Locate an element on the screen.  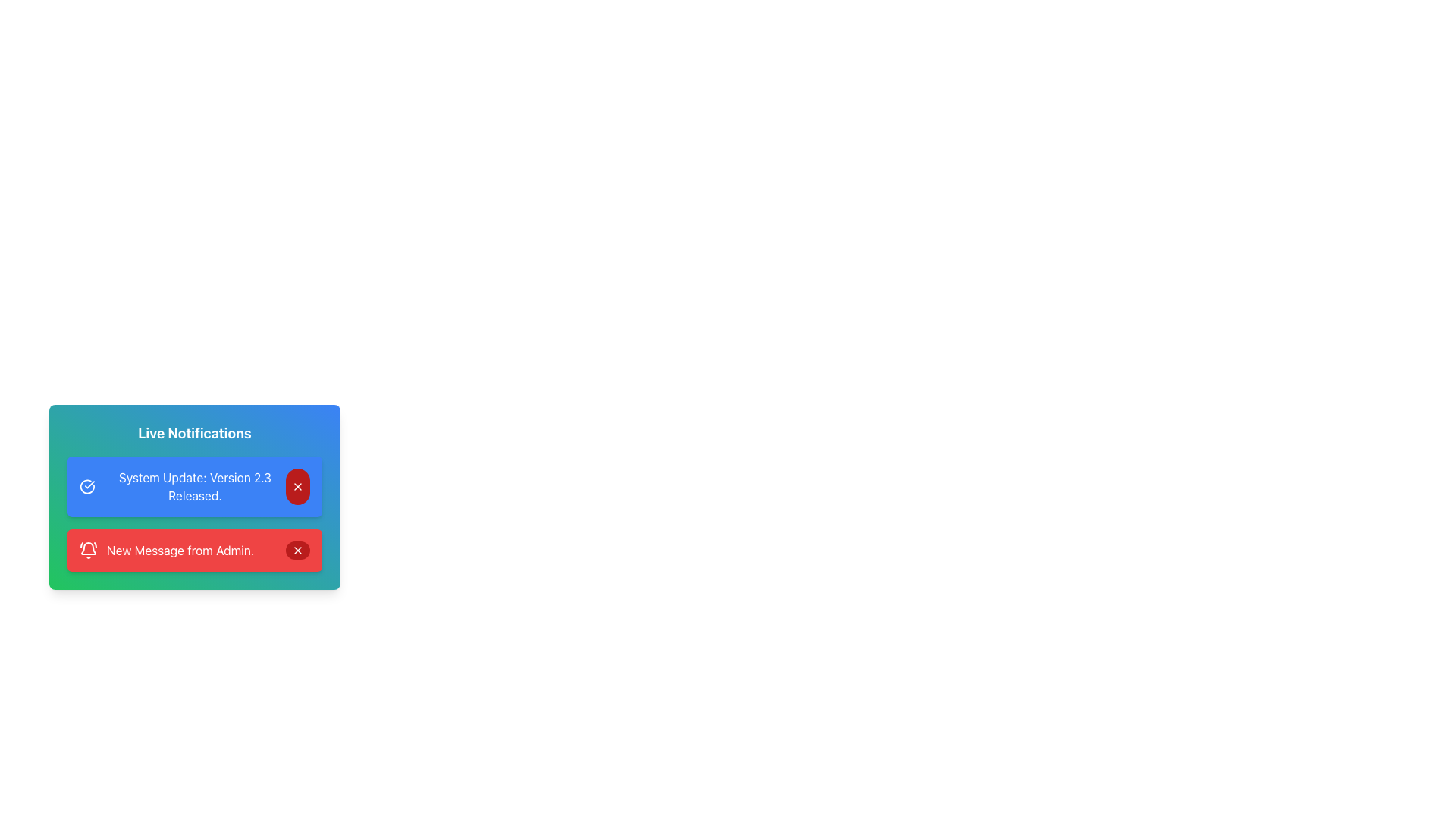
the notification alert icon located on the left side of the red notification bar that contains the text 'New Message from Admin.' is located at coordinates (87, 550).